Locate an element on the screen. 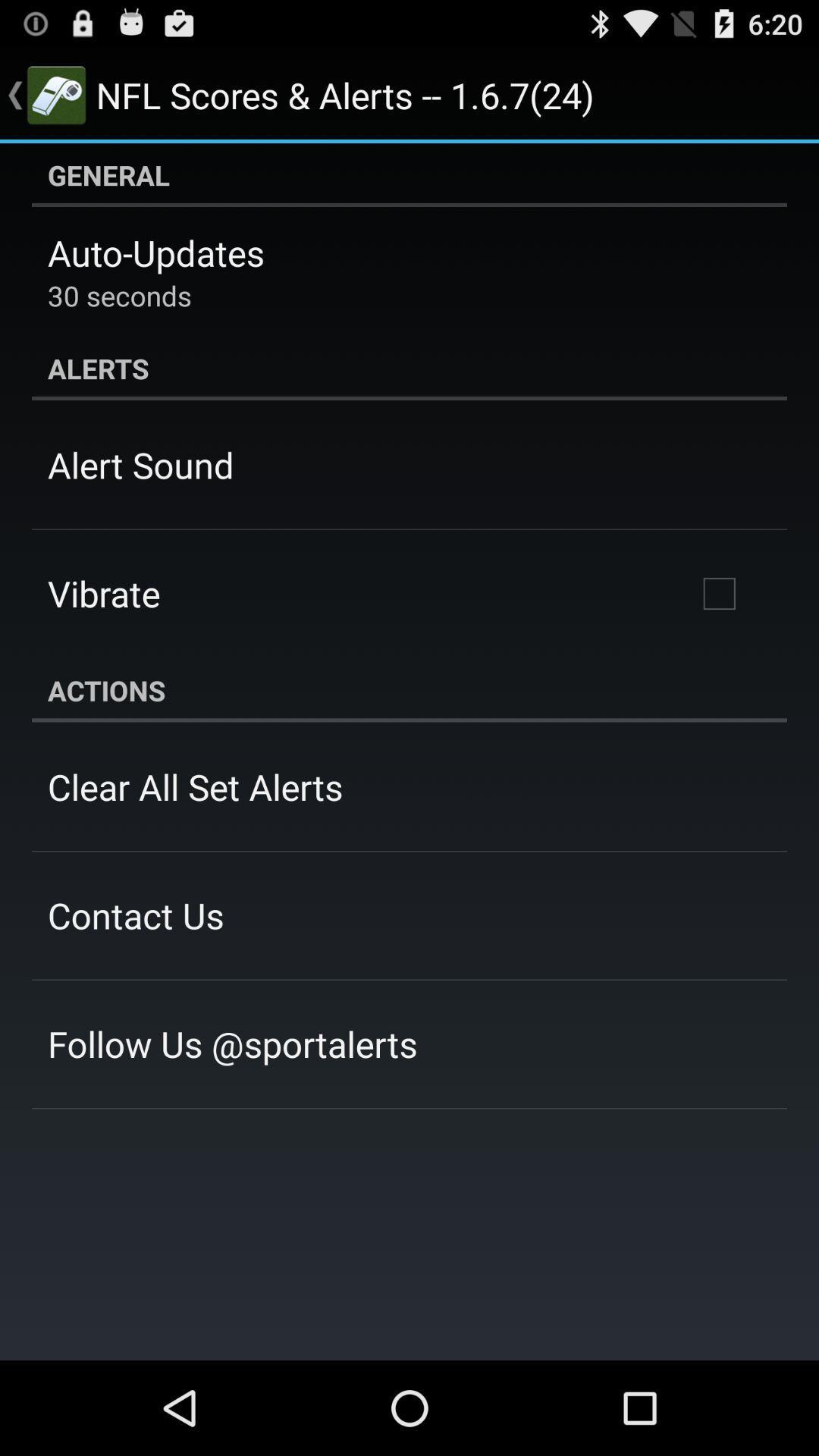  the alert sound is located at coordinates (140, 464).